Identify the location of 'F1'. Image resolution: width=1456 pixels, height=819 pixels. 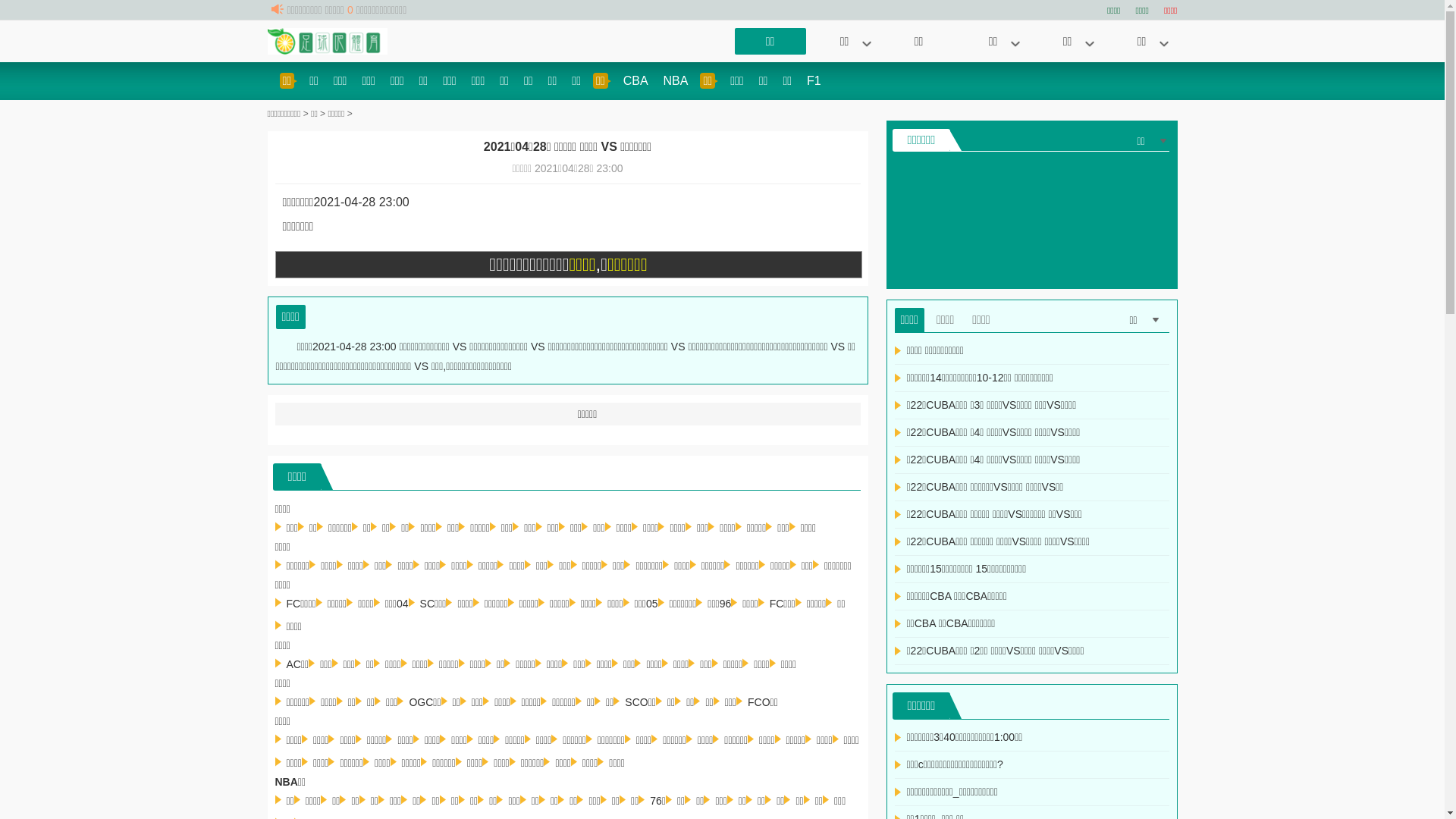
(806, 80).